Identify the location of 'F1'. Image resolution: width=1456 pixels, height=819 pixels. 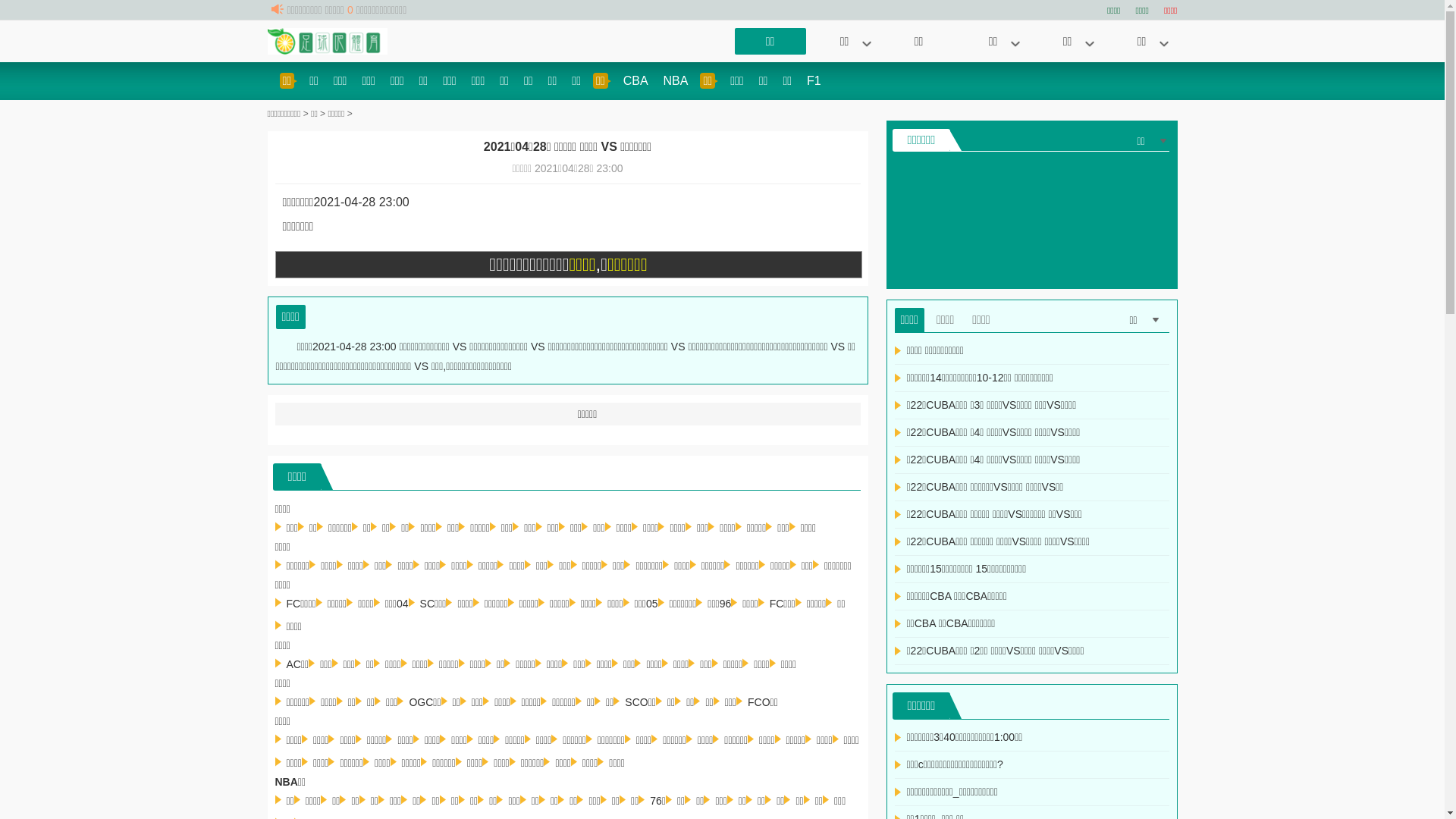
(806, 80).